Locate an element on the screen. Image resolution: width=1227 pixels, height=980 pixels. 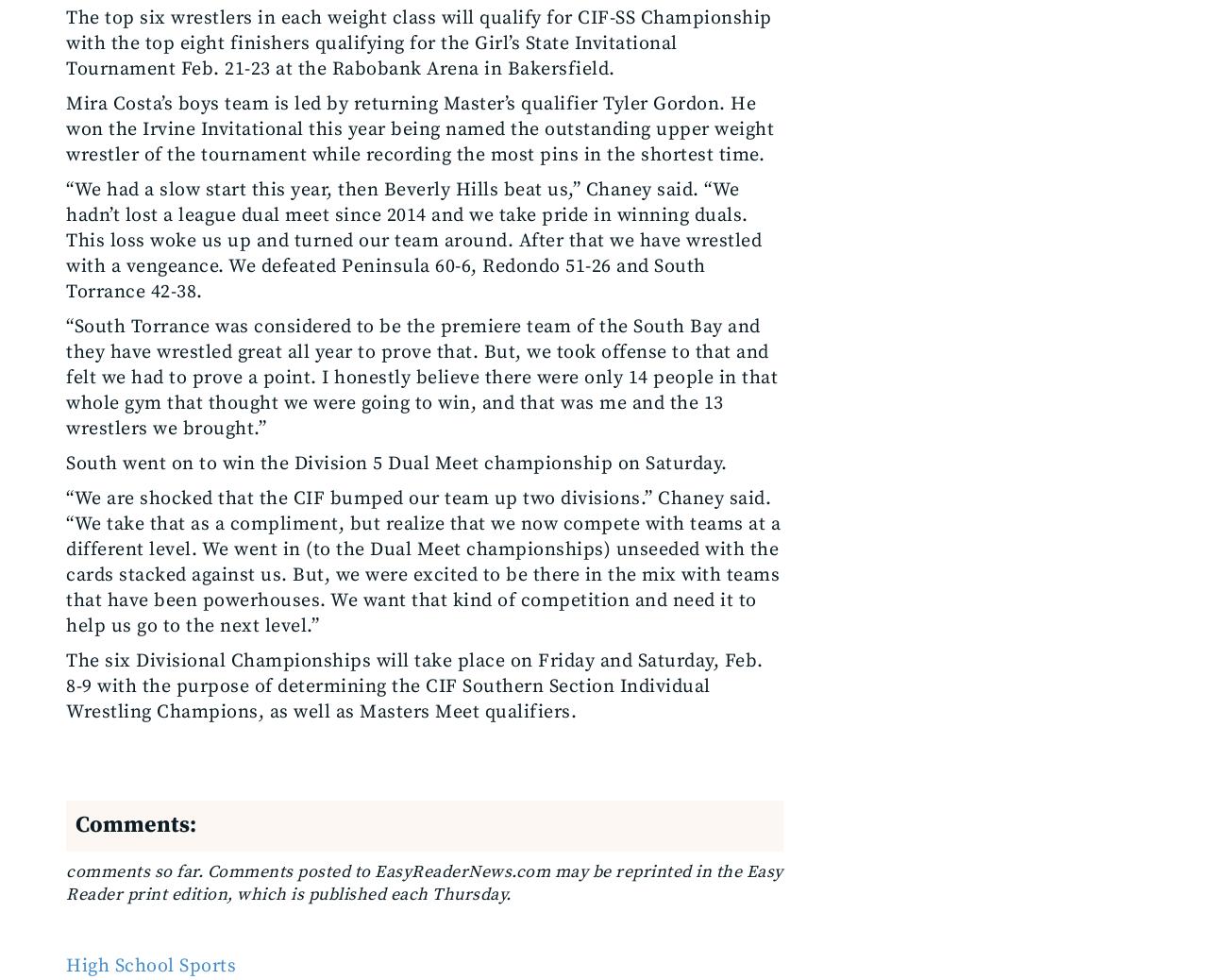
'South went on to win the Division 5 Dual Meet championship on Saturday.' is located at coordinates (396, 464).